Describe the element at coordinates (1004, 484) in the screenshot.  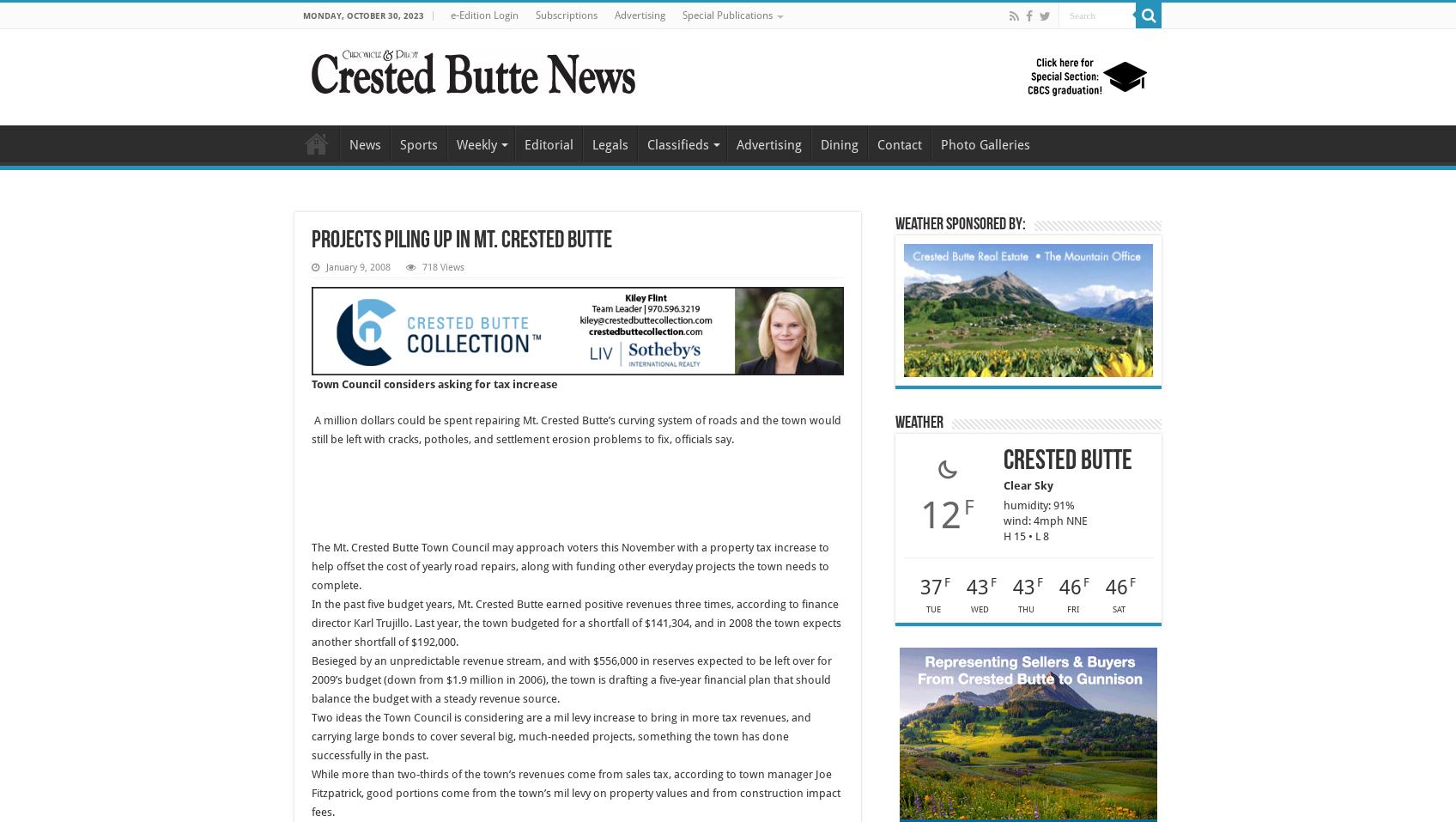
I see `'clear sky'` at that location.